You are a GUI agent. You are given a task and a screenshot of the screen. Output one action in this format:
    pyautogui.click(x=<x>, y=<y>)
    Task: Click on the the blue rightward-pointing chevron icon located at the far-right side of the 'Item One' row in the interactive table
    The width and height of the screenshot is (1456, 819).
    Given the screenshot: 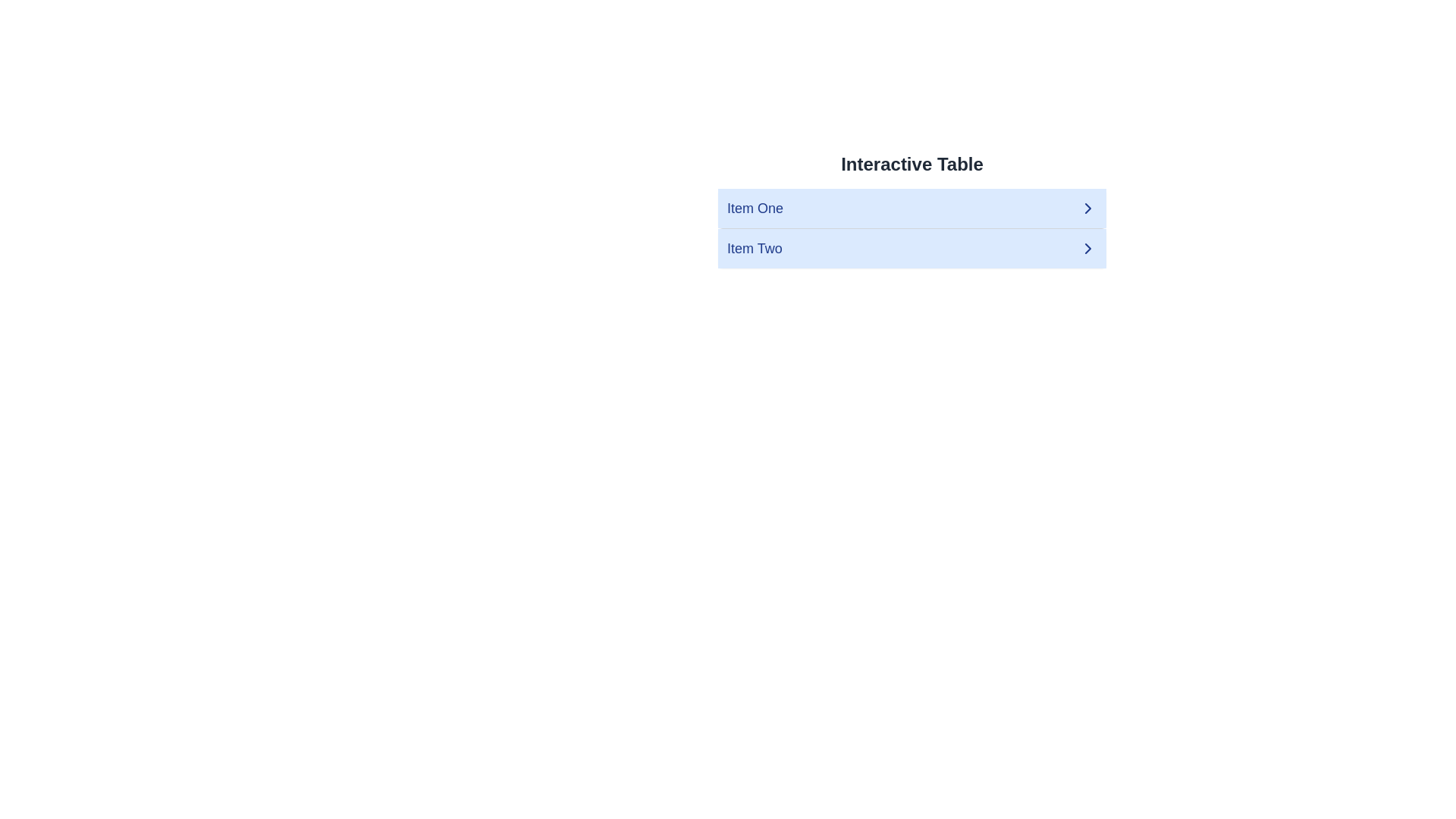 What is the action you would take?
    pyautogui.click(x=1087, y=208)
    